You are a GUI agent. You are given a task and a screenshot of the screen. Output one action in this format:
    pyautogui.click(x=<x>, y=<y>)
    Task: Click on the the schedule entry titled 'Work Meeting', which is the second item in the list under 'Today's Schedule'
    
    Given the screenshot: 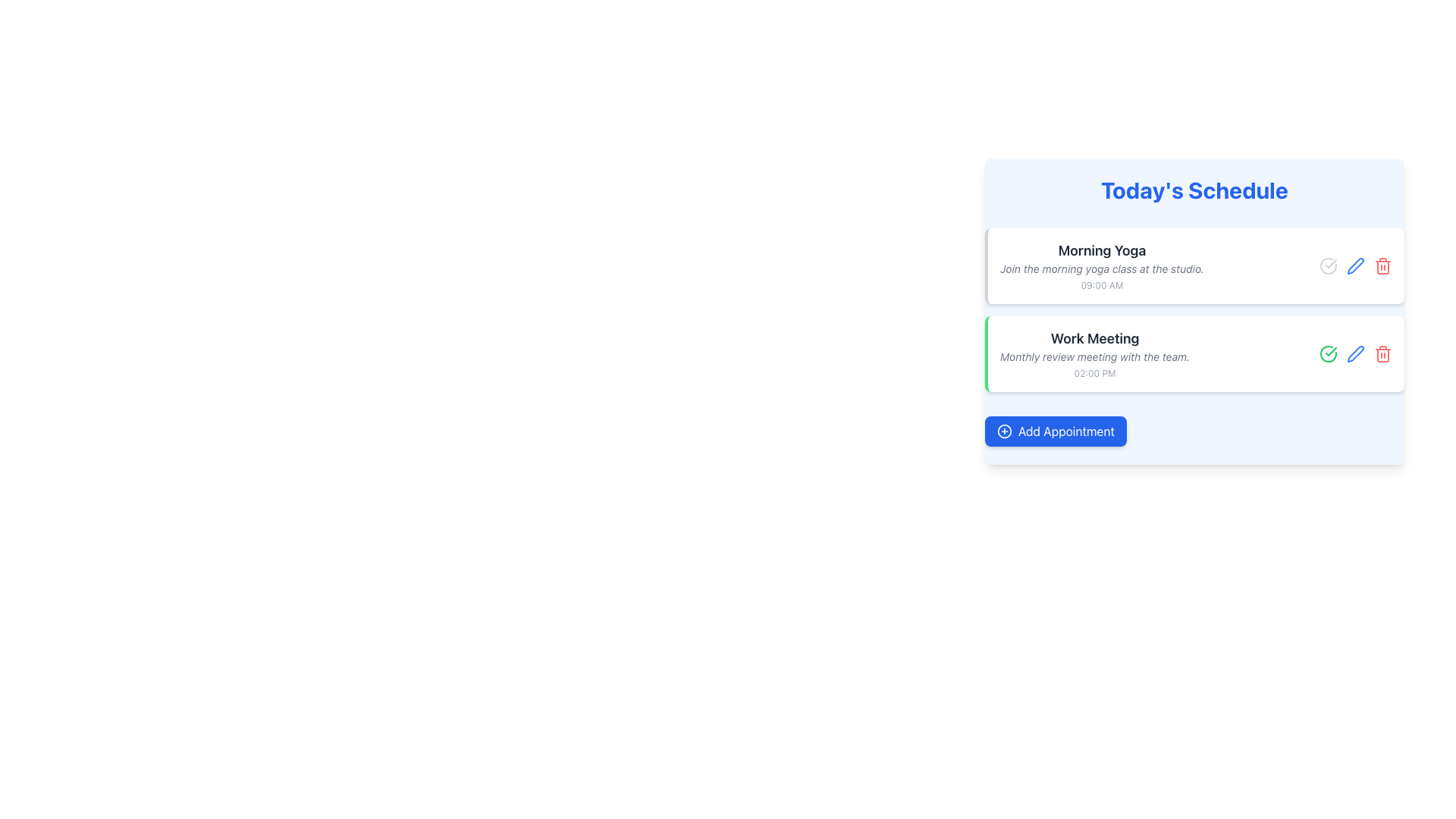 What is the action you would take?
    pyautogui.click(x=1194, y=353)
    